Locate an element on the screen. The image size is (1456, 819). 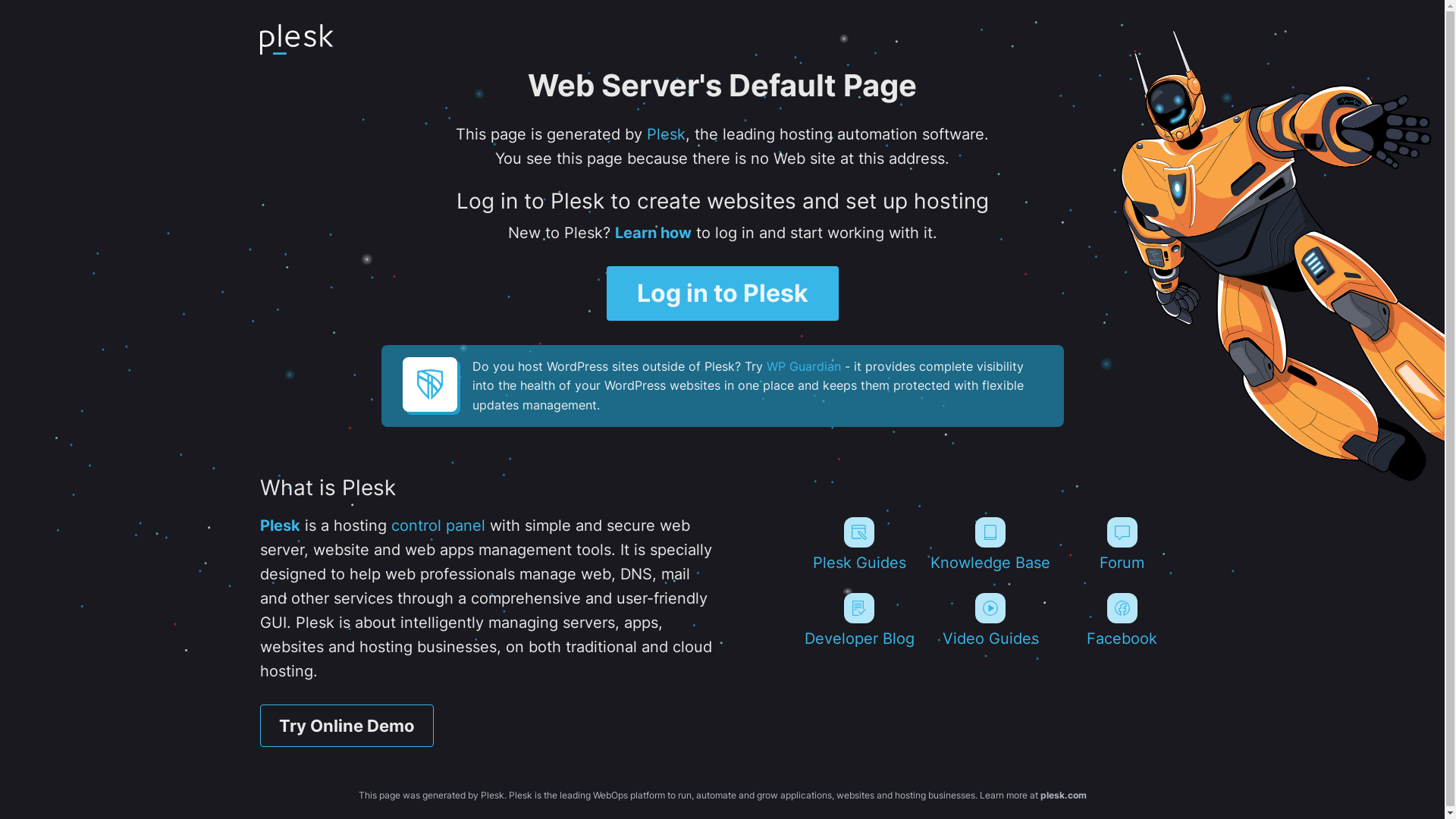
'Log in to Plesk' is located at coordinates (607, 293).